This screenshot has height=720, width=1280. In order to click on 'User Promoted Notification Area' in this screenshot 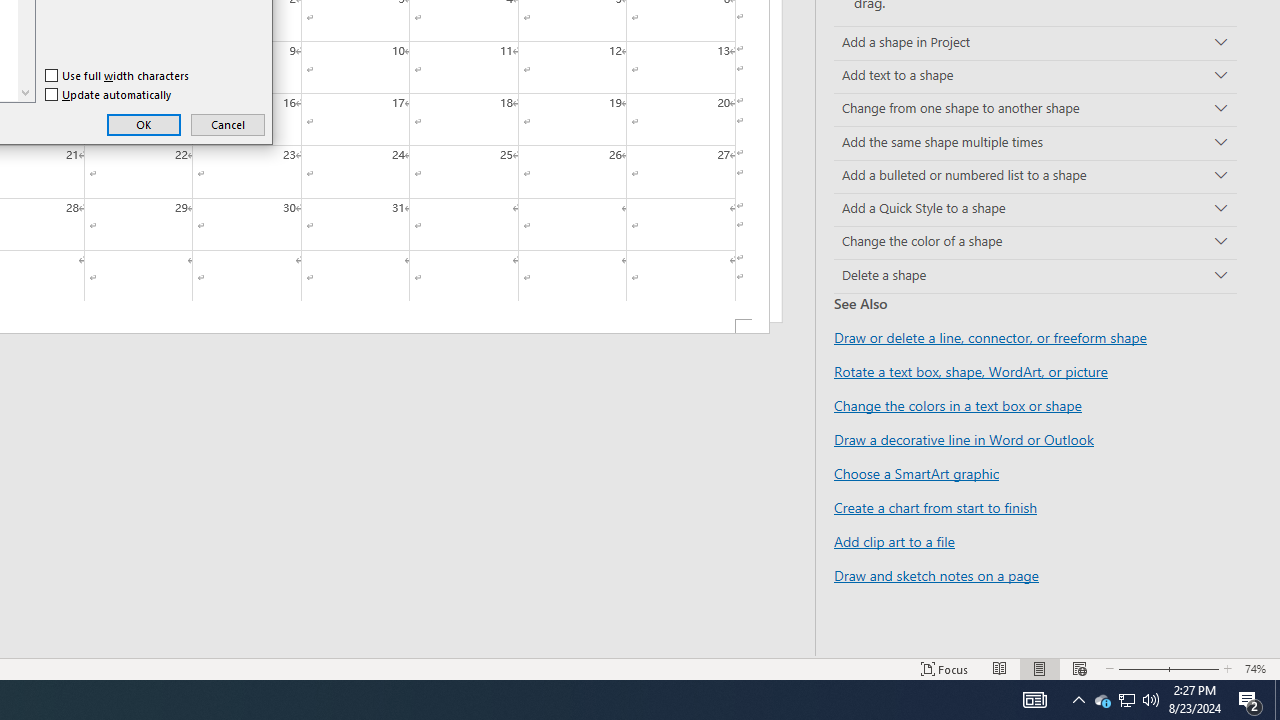, I will do `click(1127, 698)`.